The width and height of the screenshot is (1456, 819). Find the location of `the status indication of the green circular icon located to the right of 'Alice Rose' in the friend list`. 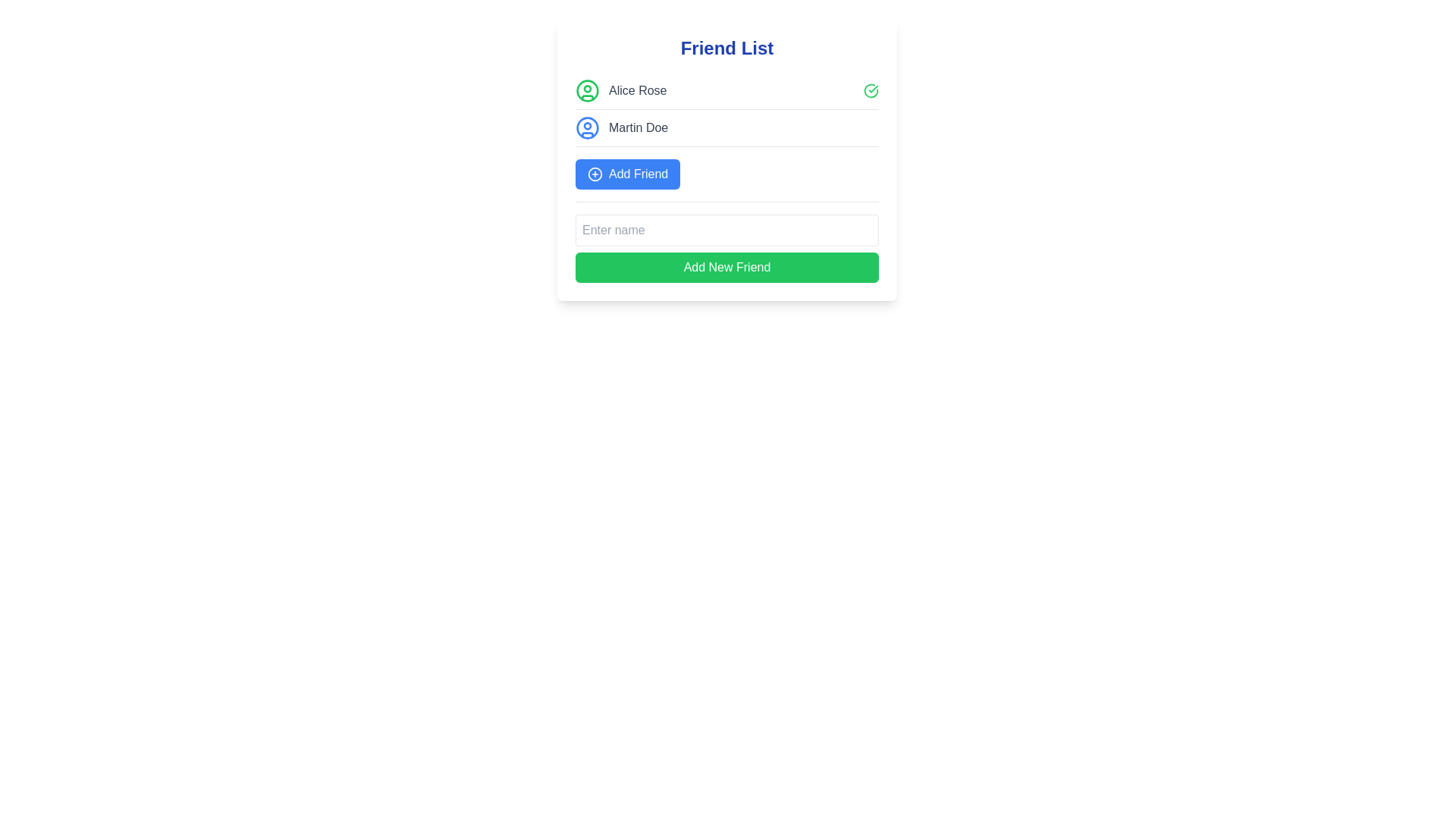

the status indication of the green circular icon located to the right of 'Alice Rose' in the friend list is located at coordinates (871, 90).